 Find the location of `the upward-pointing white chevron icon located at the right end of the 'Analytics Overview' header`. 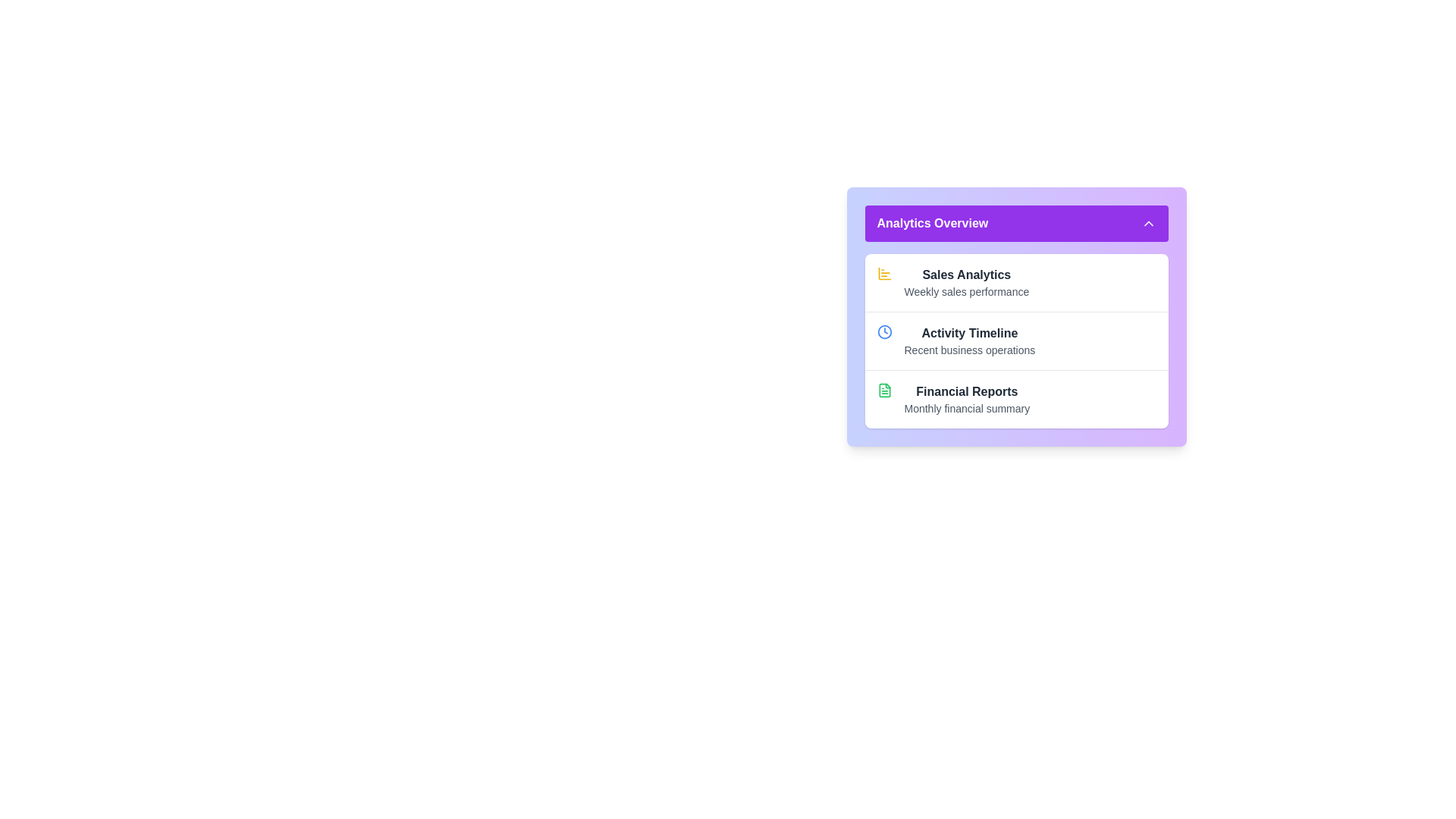

the upward-pointing white chevron icon located at the right end of the 'Analytics Overview' header is located at coordinates (1148, 223).